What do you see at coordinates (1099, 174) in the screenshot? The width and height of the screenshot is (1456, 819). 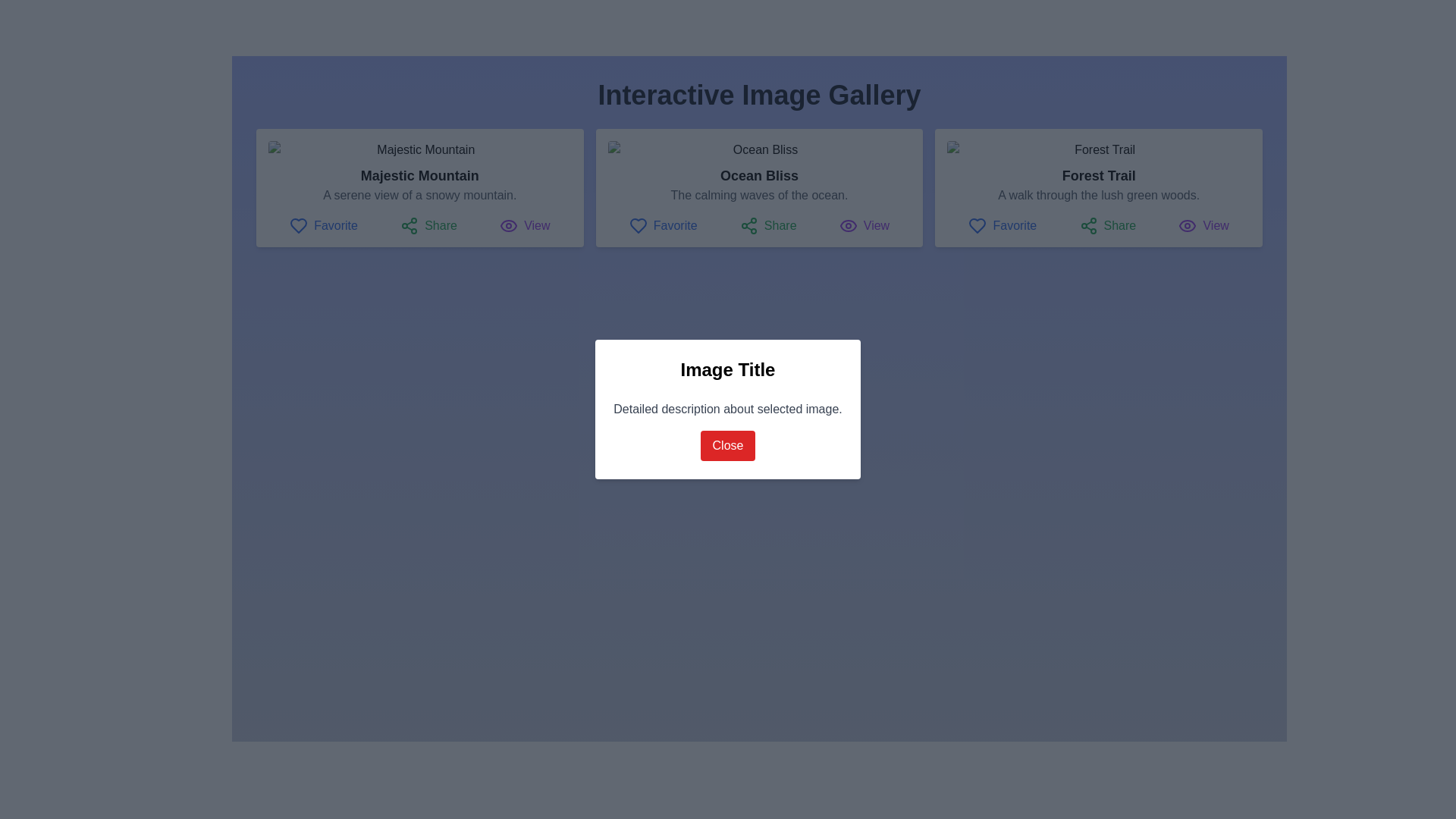 I see `the 'Forest Trail' text label, which is prominently displayed in a bold and large font within the third card from the left` at bounding box center [1099, 174].